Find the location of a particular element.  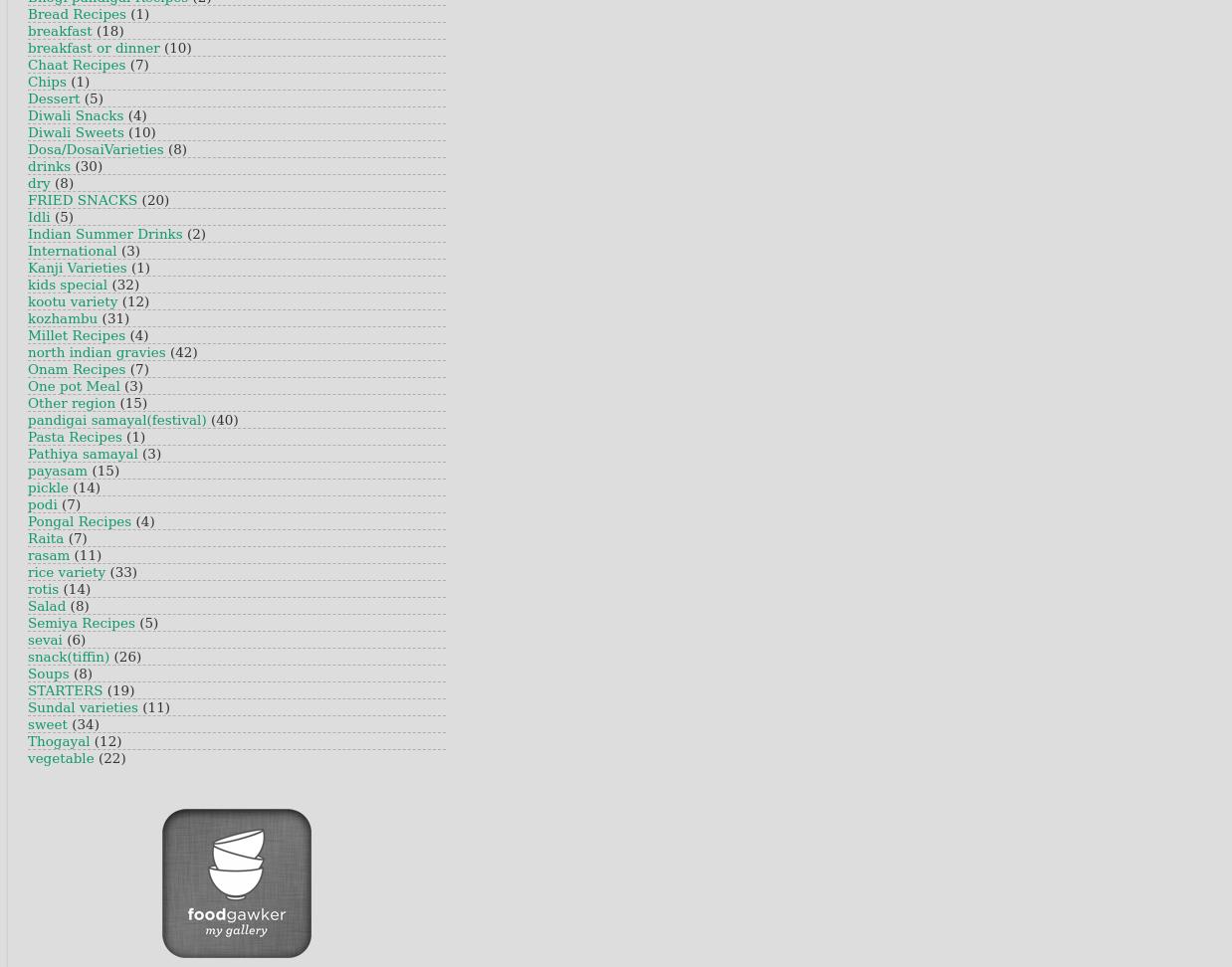

'pickle' is located at coordinates (47, 486).